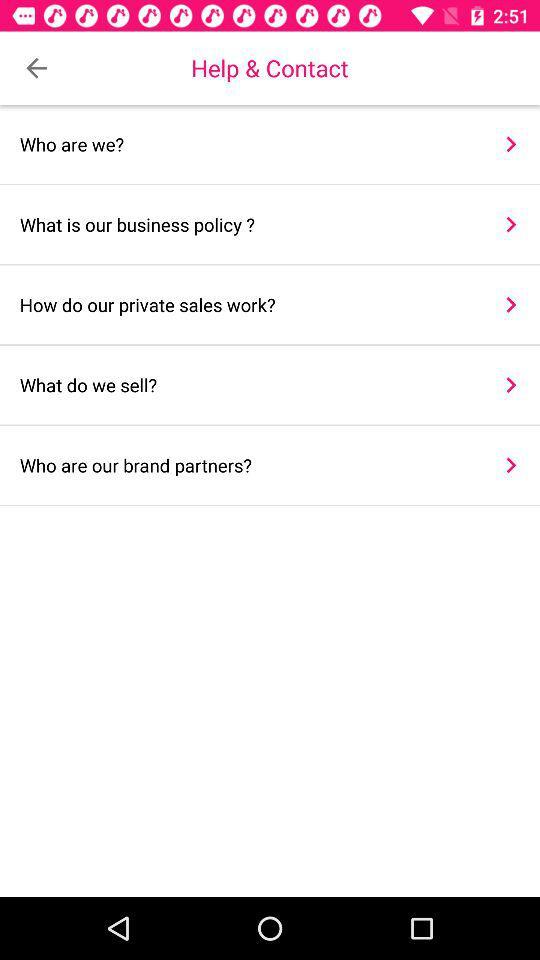 This screenshot has height=960, width=540. Describe the element at coordinates (247, 384) in the screenshot. I see `the icon above the who are our item` at that location.